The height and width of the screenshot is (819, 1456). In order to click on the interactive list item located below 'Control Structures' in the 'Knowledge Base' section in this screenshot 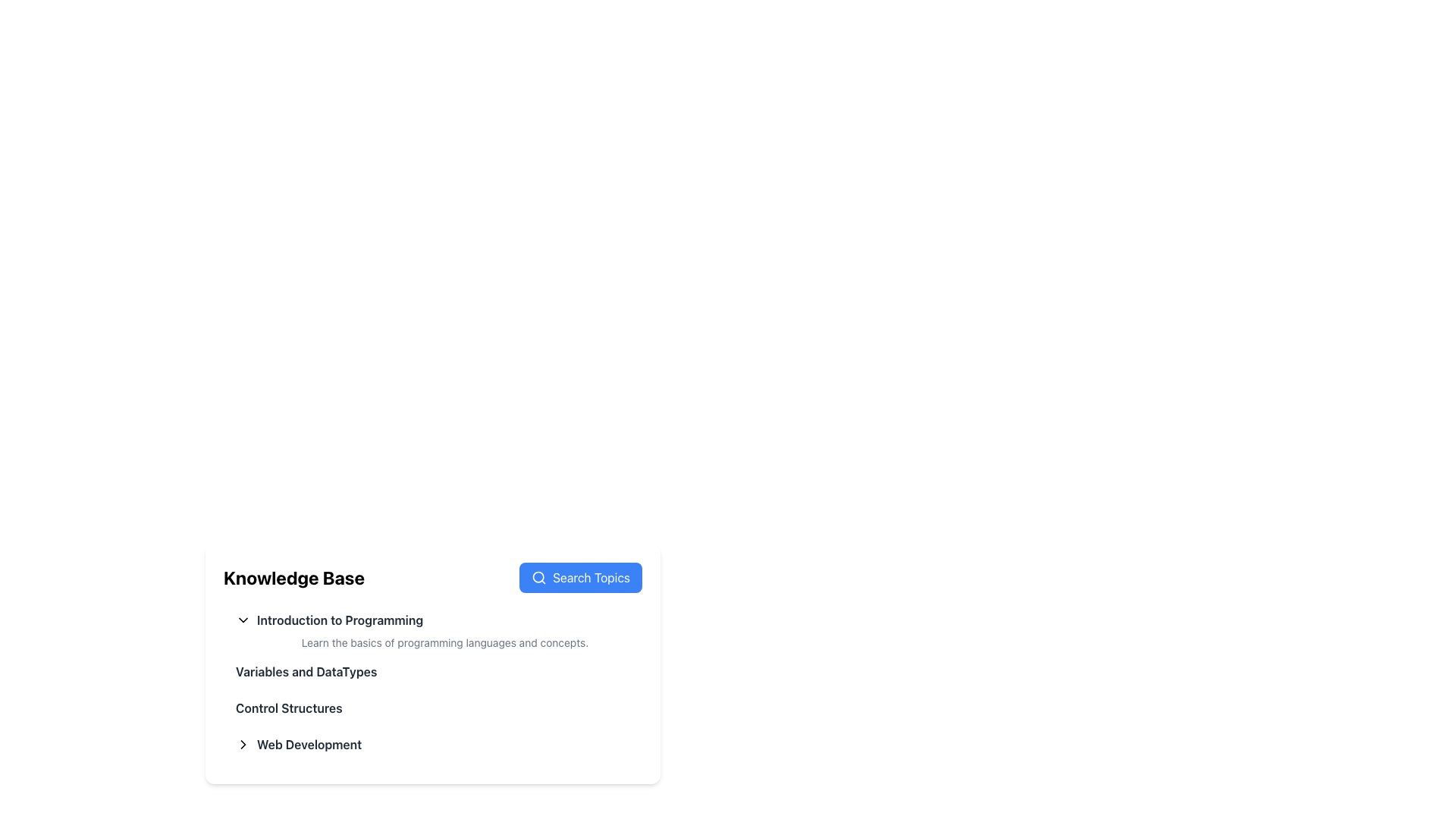, I will do `click(299, 744)`.